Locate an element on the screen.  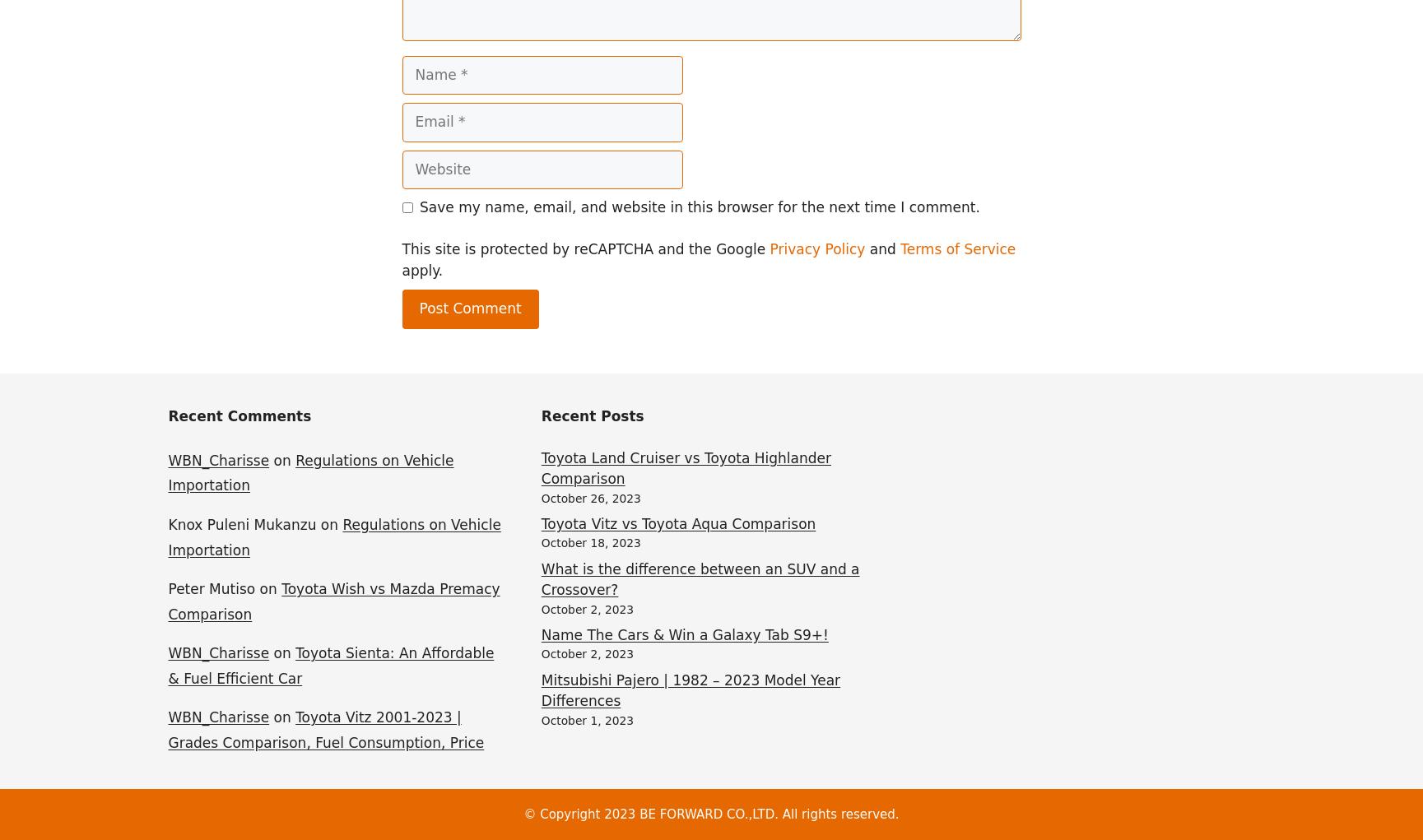
'Peter Mutiso' is located at coordinates (211, 588).